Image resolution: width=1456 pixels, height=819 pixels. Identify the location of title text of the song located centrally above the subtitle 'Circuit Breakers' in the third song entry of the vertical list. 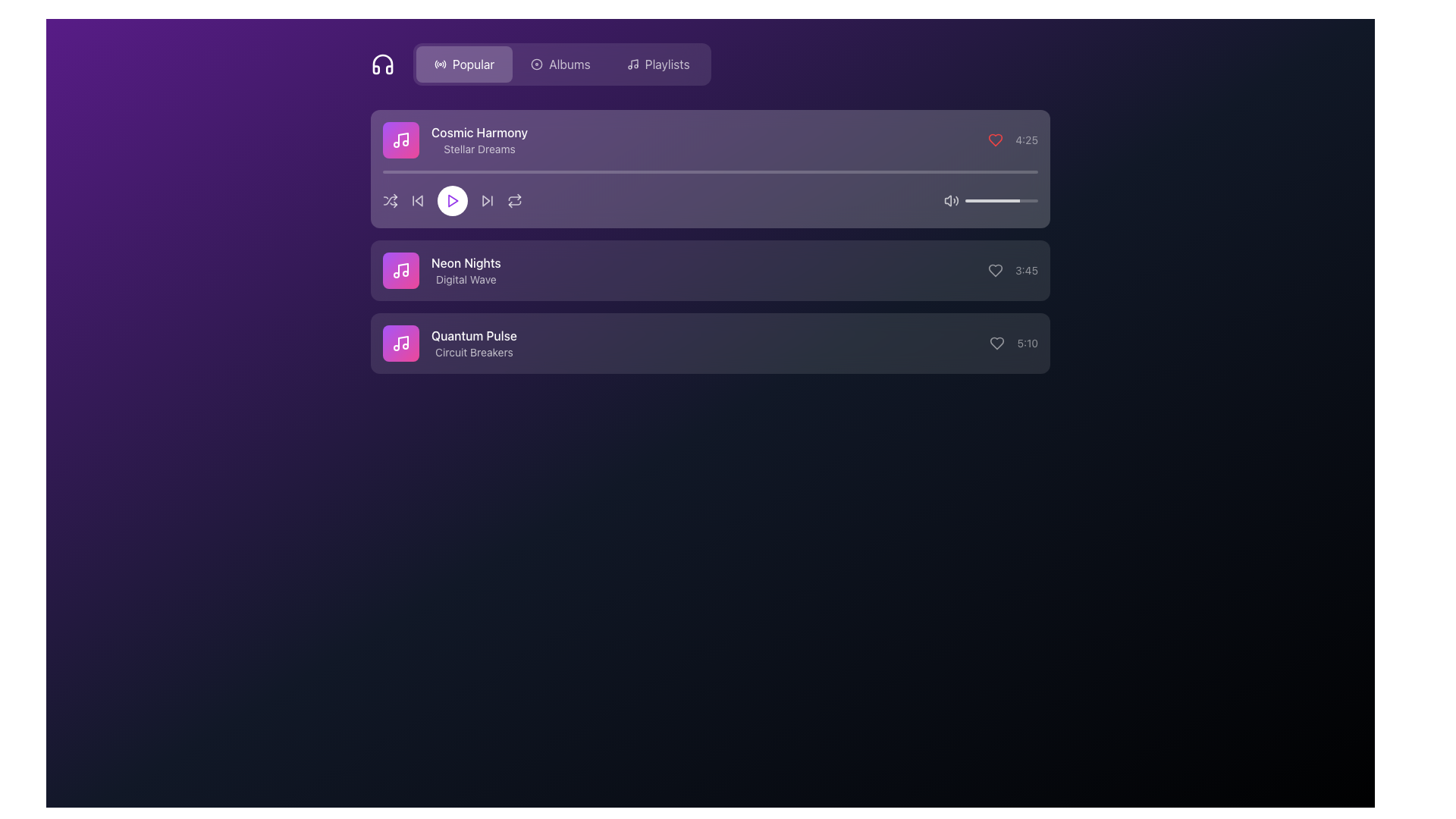
(473, 335).